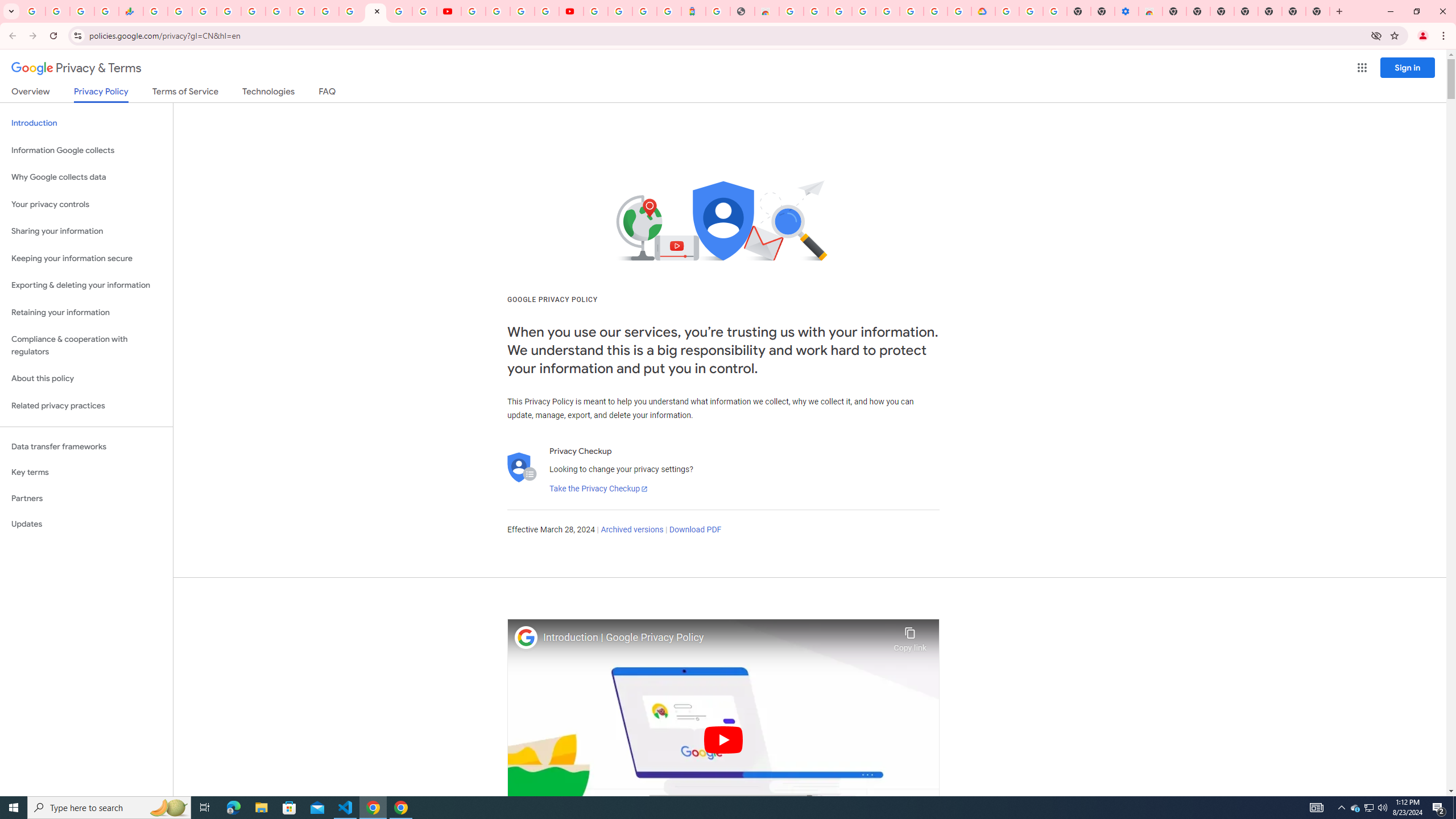 The image size is (1456, 819). What do you see at coordinates (570, 11) in the screenshot?
I see `'Content Creator Programs & Opportunities - YouTube Creators'` at bounding box center [570, 11].